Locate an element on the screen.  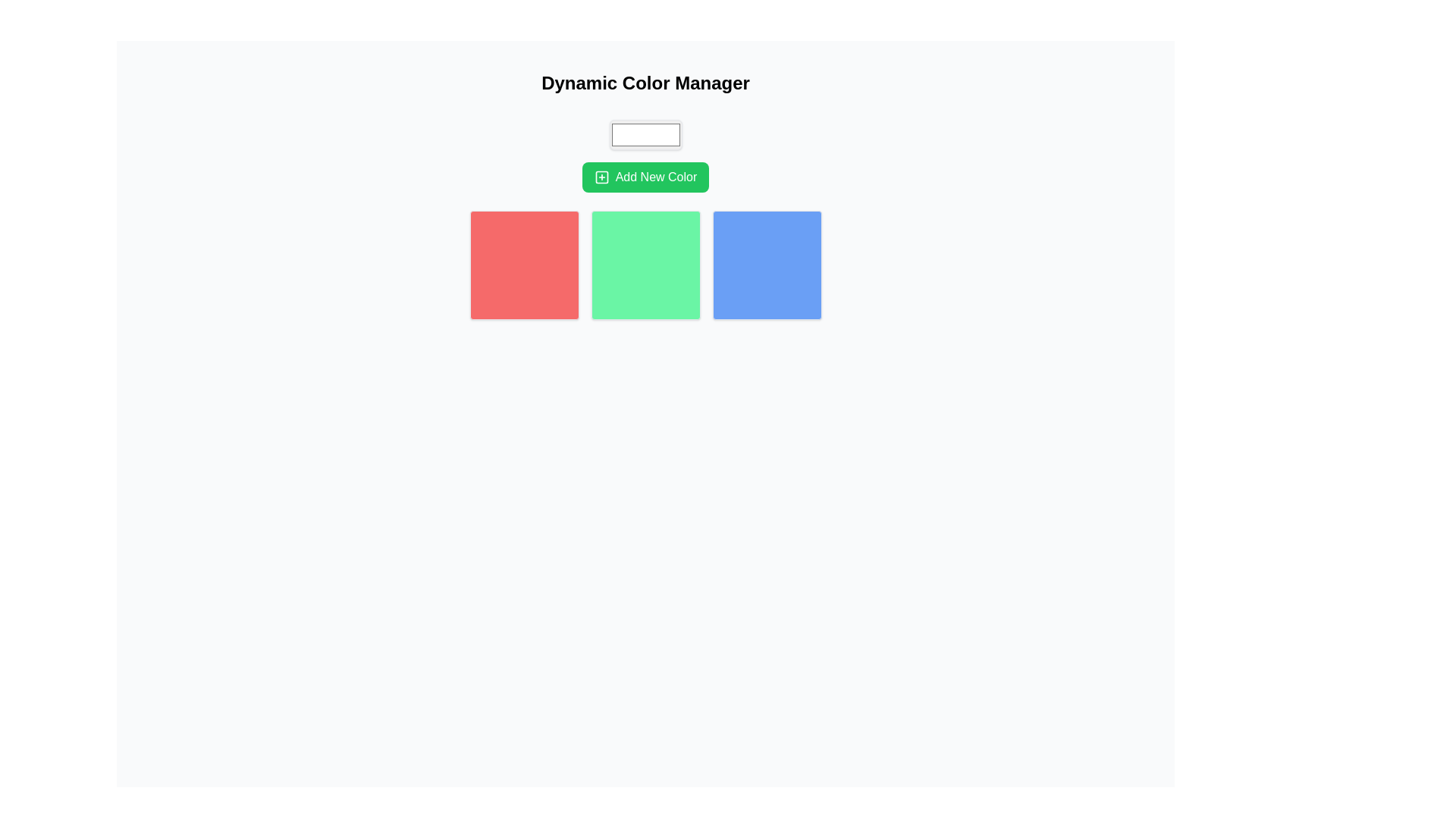
the middle decorative color block in a horizontal set of three squares is located at coordinates (645, 265).